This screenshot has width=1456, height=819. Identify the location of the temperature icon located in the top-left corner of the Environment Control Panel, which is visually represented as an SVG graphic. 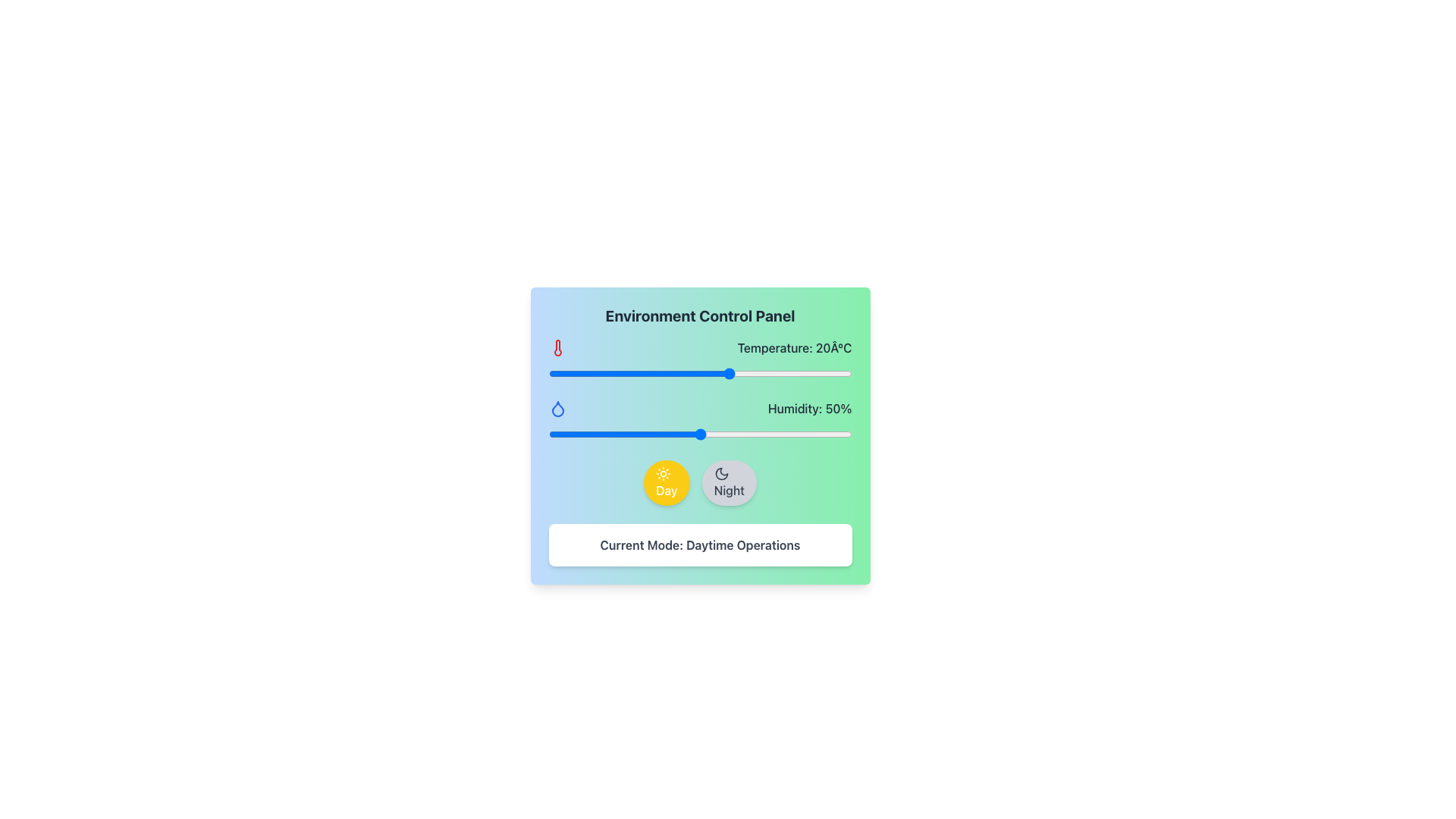
(557, 348).